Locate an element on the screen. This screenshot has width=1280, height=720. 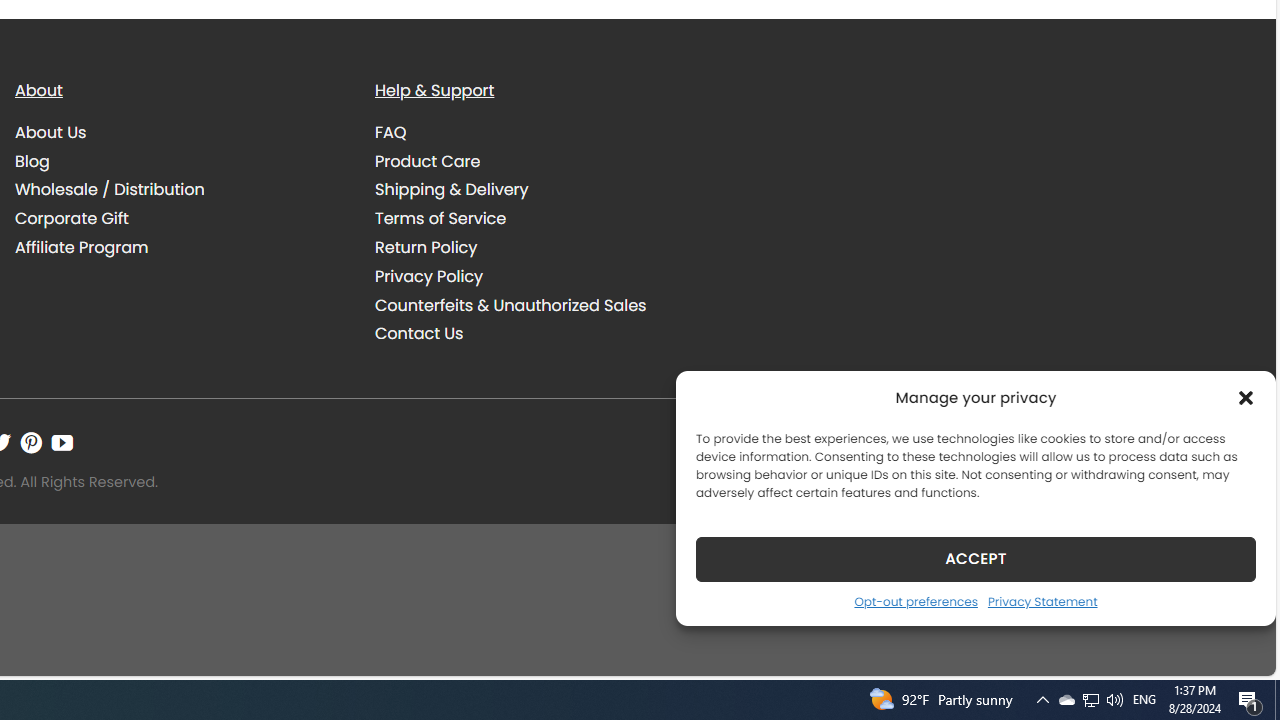
'FAQ' is located at coordinates (540, 132).